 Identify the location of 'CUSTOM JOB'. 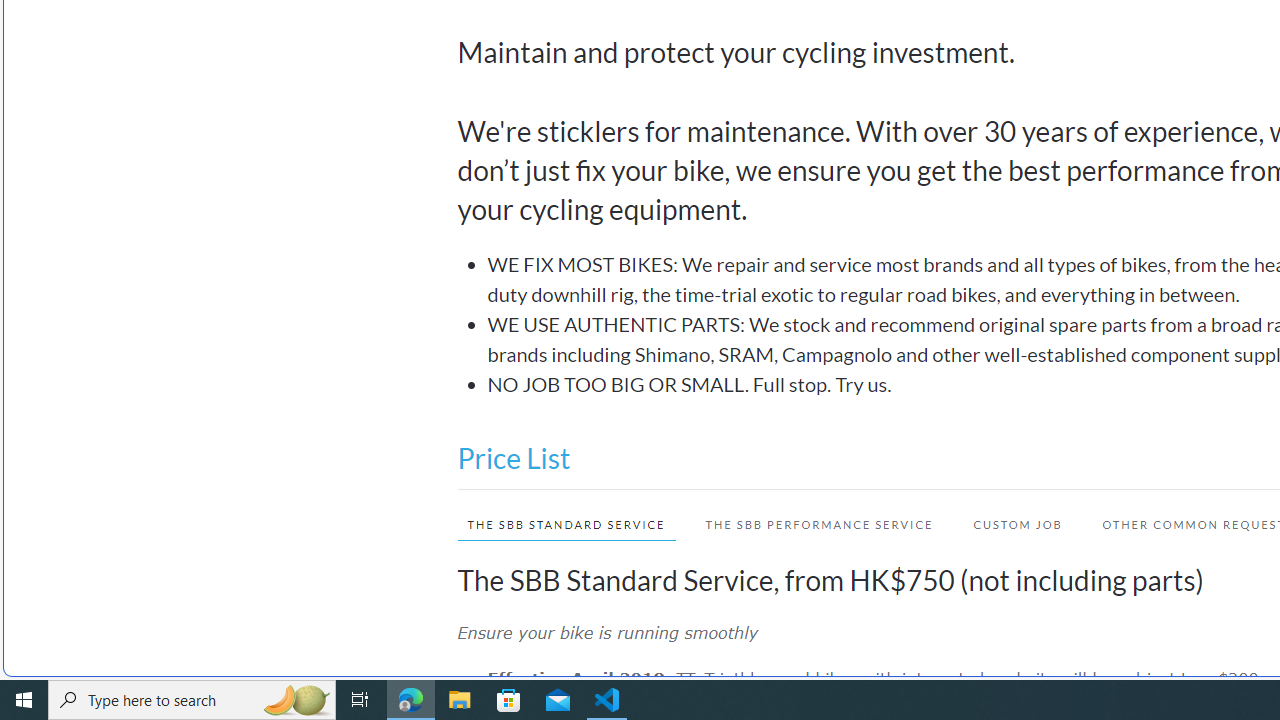
(1017, 523).